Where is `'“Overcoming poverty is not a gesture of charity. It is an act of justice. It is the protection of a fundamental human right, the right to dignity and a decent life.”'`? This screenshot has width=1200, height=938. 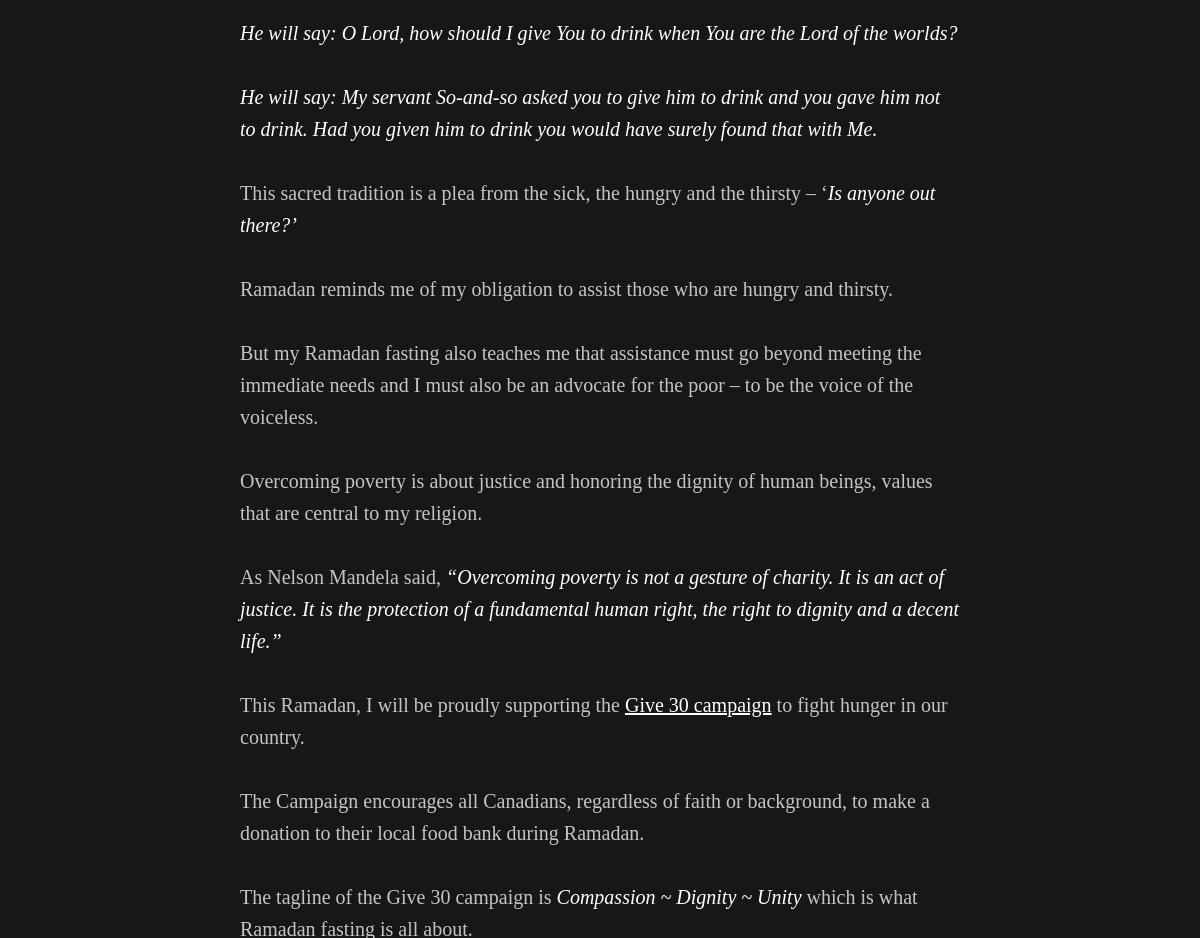 '“Overcoming poverty is not a gesture of charity. It is an act of justice. It is the protection of a fundamental human right, the right to dignity and a decent life.”' is located at coordinates (598, 609).